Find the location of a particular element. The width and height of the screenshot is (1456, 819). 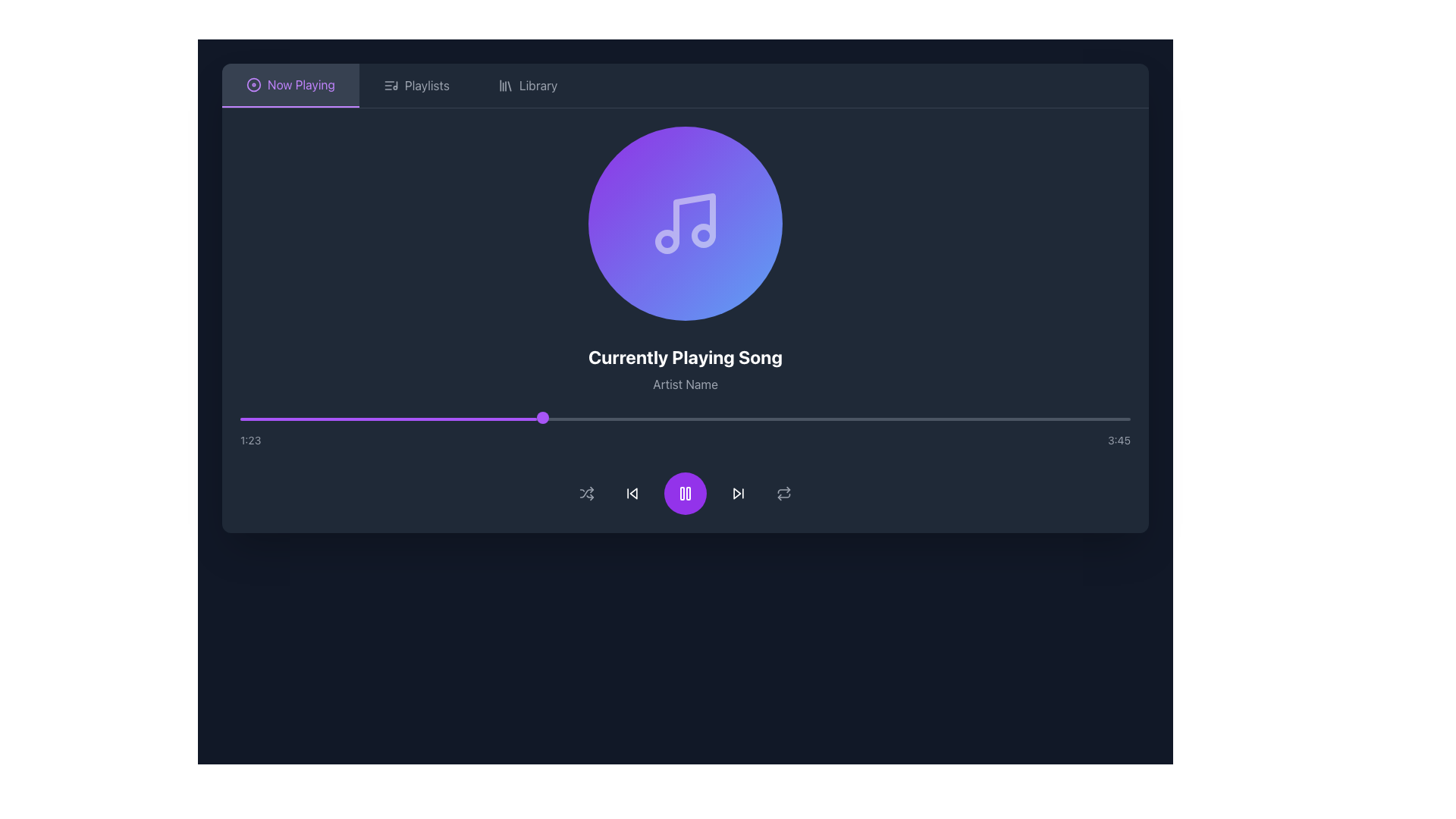

the playback position is located at coordinates (608, 419).